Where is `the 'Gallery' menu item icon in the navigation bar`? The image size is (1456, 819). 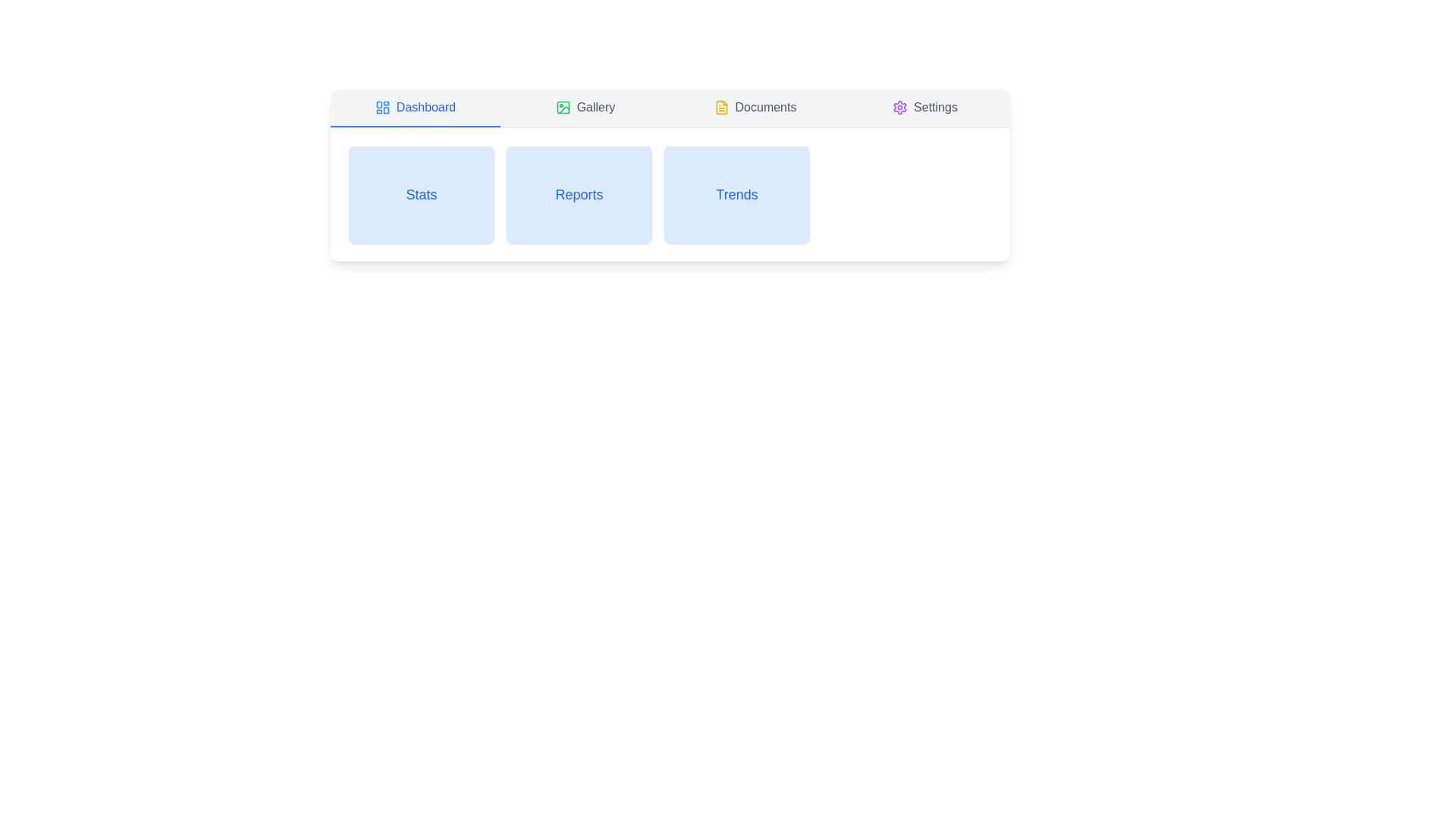
the 'Gallery' menu item icon in the navigation bar is located at coordinates (585, 107).